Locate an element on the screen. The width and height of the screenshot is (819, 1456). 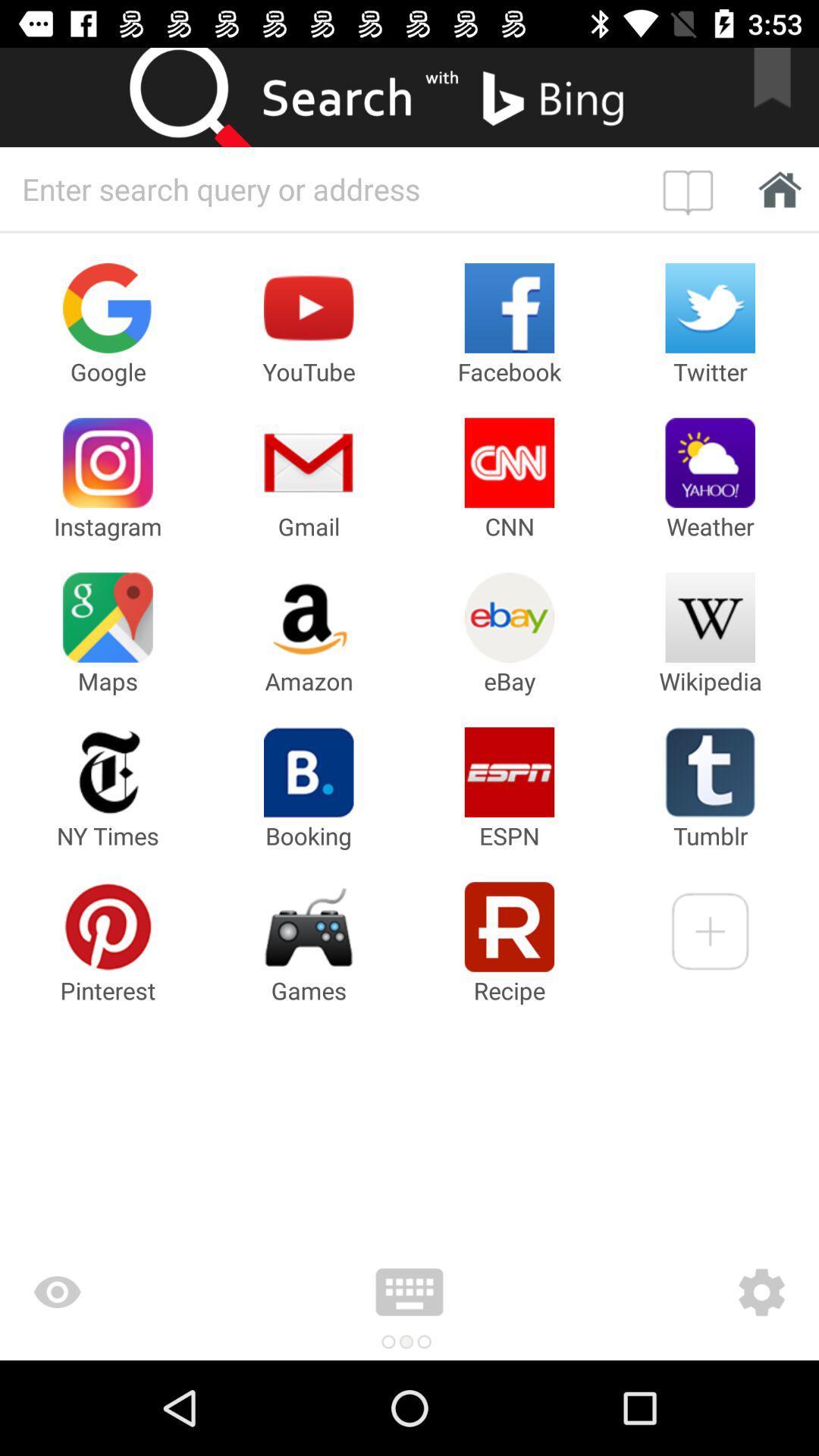
search button is located at coordinates (205, 96).